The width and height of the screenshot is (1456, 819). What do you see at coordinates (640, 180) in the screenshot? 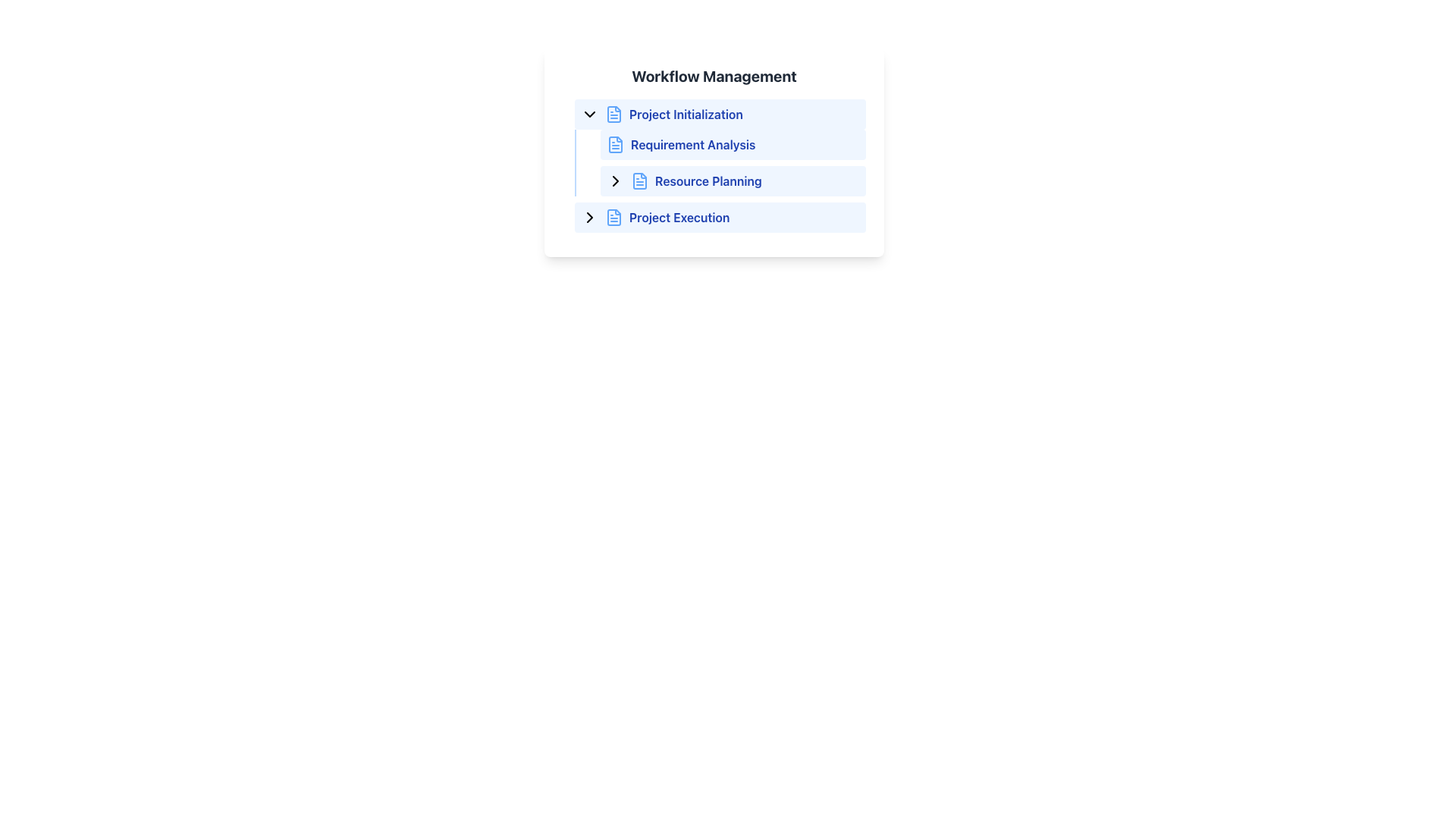
I see `the blue-outlined document icon representing 'Resource Planning' in the middle section of the 'Workflow Management' hierarchy interface` at bounding box center [640, 180].